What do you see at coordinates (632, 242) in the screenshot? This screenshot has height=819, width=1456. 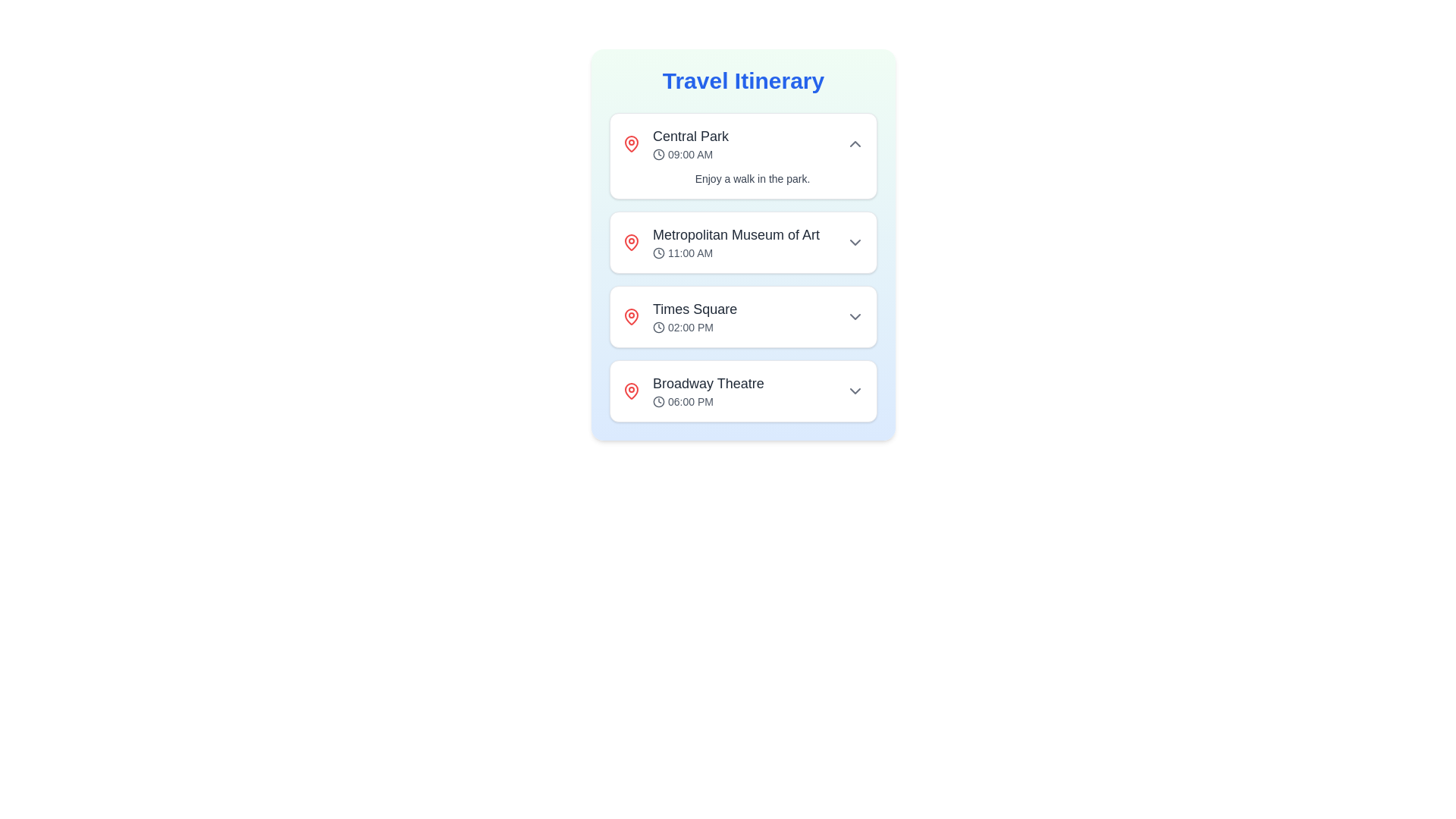 I see `the icon located at the top-left corner of the 'Metropolitan Museum of Art' itinerary card, positioned immediately to the left of the title text` at bounding box center [632, 242].